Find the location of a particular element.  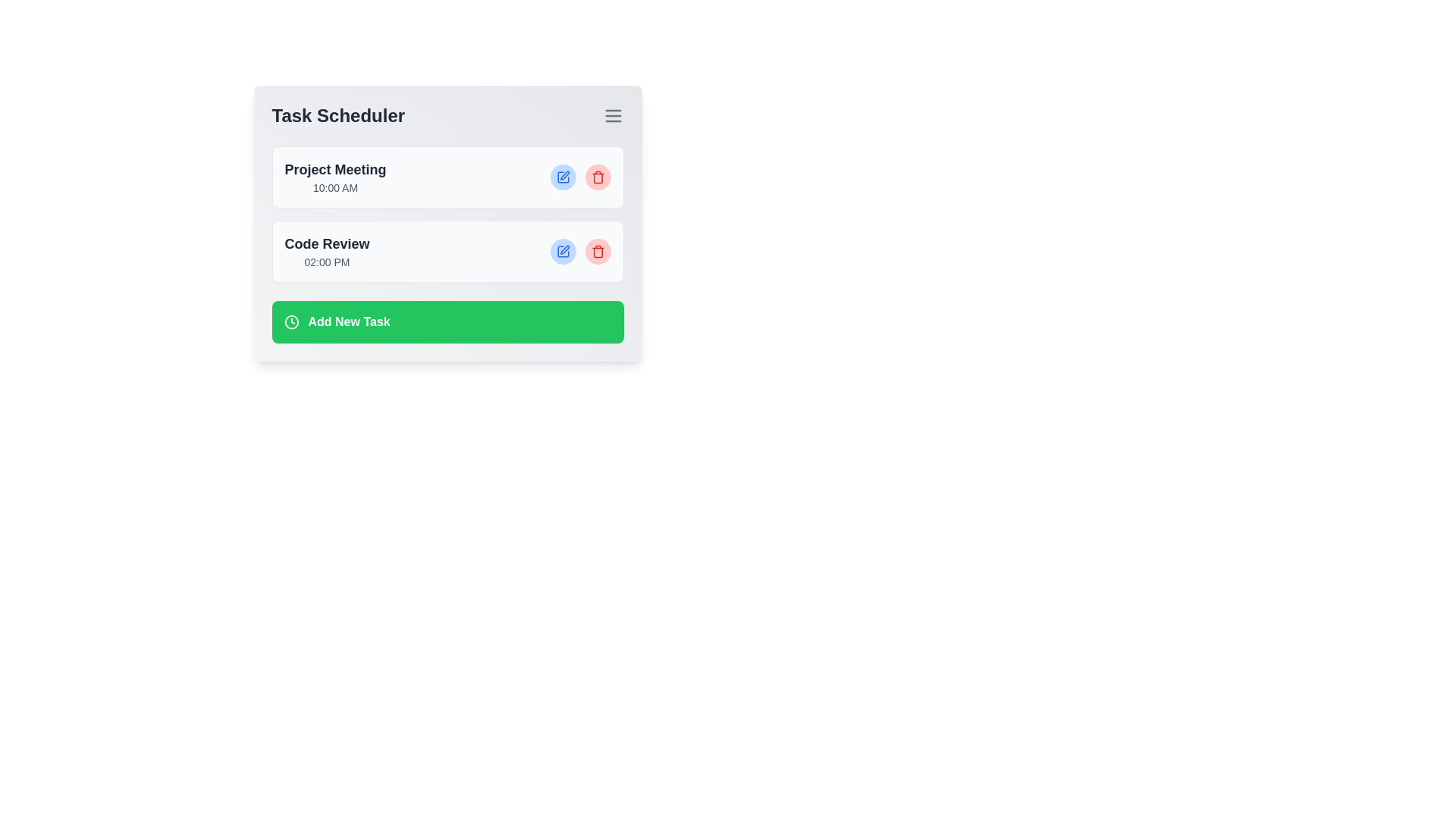

the SVG Circle element that is part of the clock icon within the green 'Add New Task' button located at the bottom of the task list in the Task Scheduler interface is located at coordinates (291, 321).